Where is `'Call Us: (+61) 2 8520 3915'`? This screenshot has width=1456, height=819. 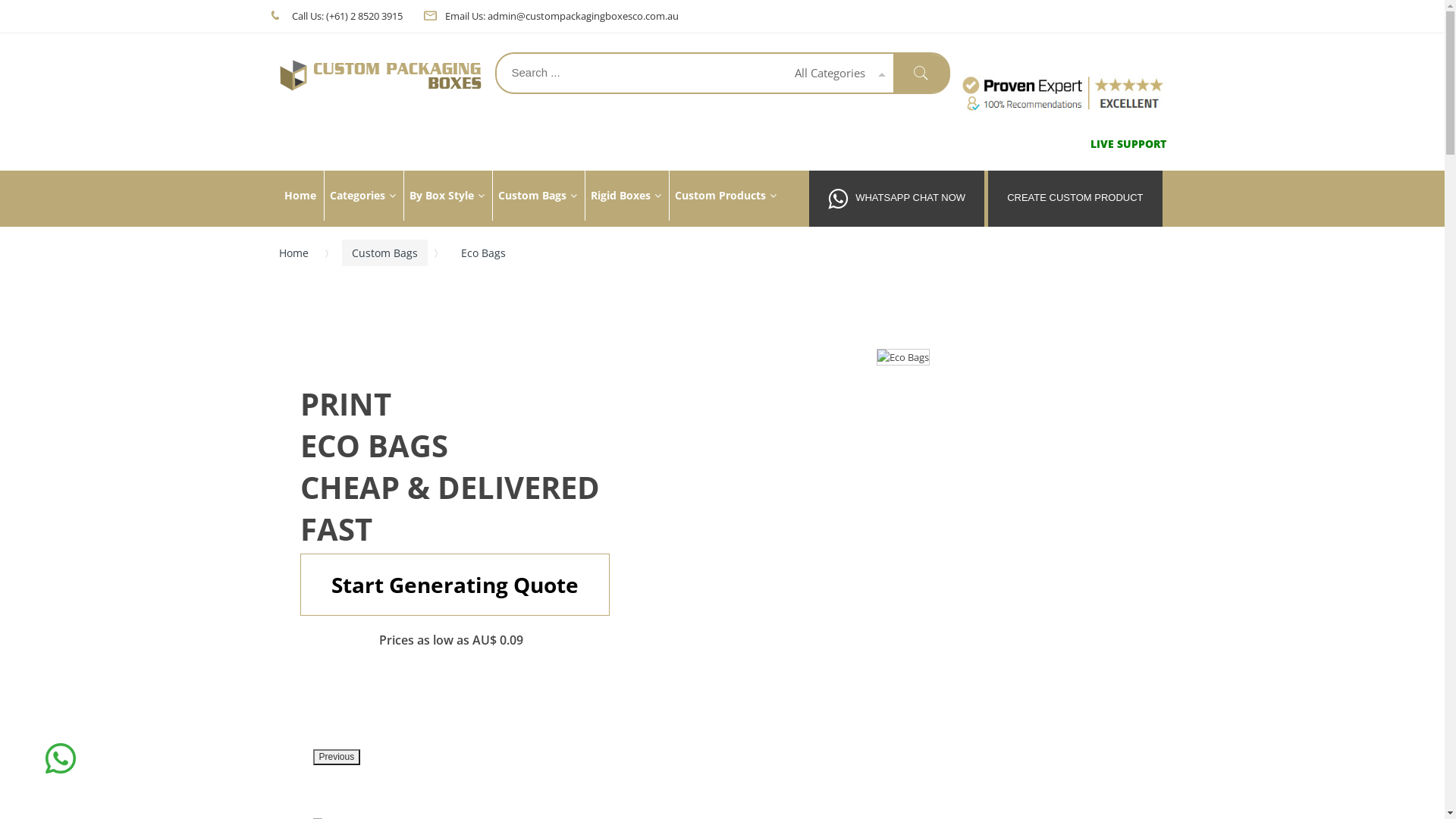
'Call Us: (+61) 2 8520 3915' is located at coordinates (345, 15).